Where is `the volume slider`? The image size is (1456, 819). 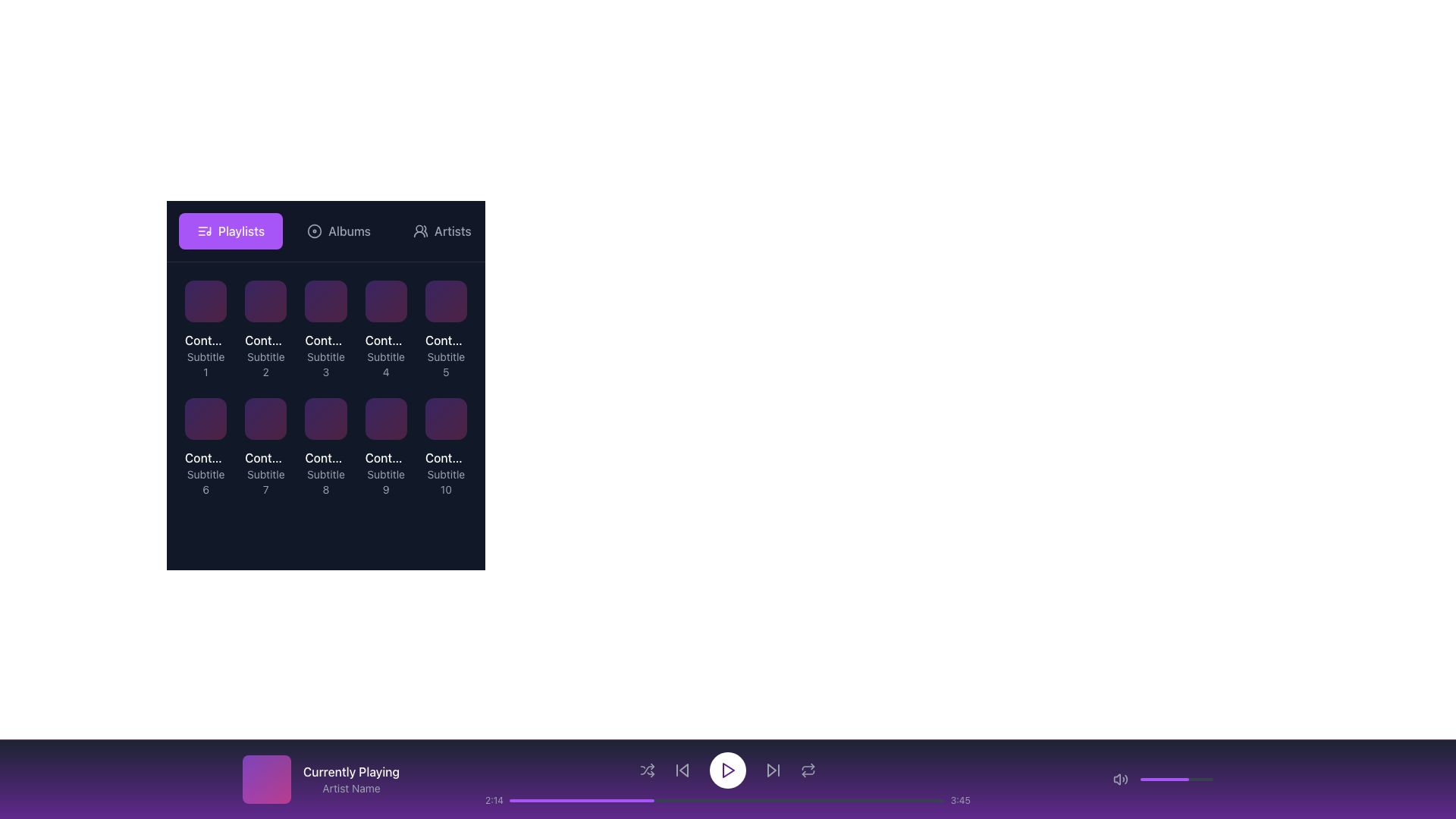 the volume slider is located at coordinates (1154, 780).